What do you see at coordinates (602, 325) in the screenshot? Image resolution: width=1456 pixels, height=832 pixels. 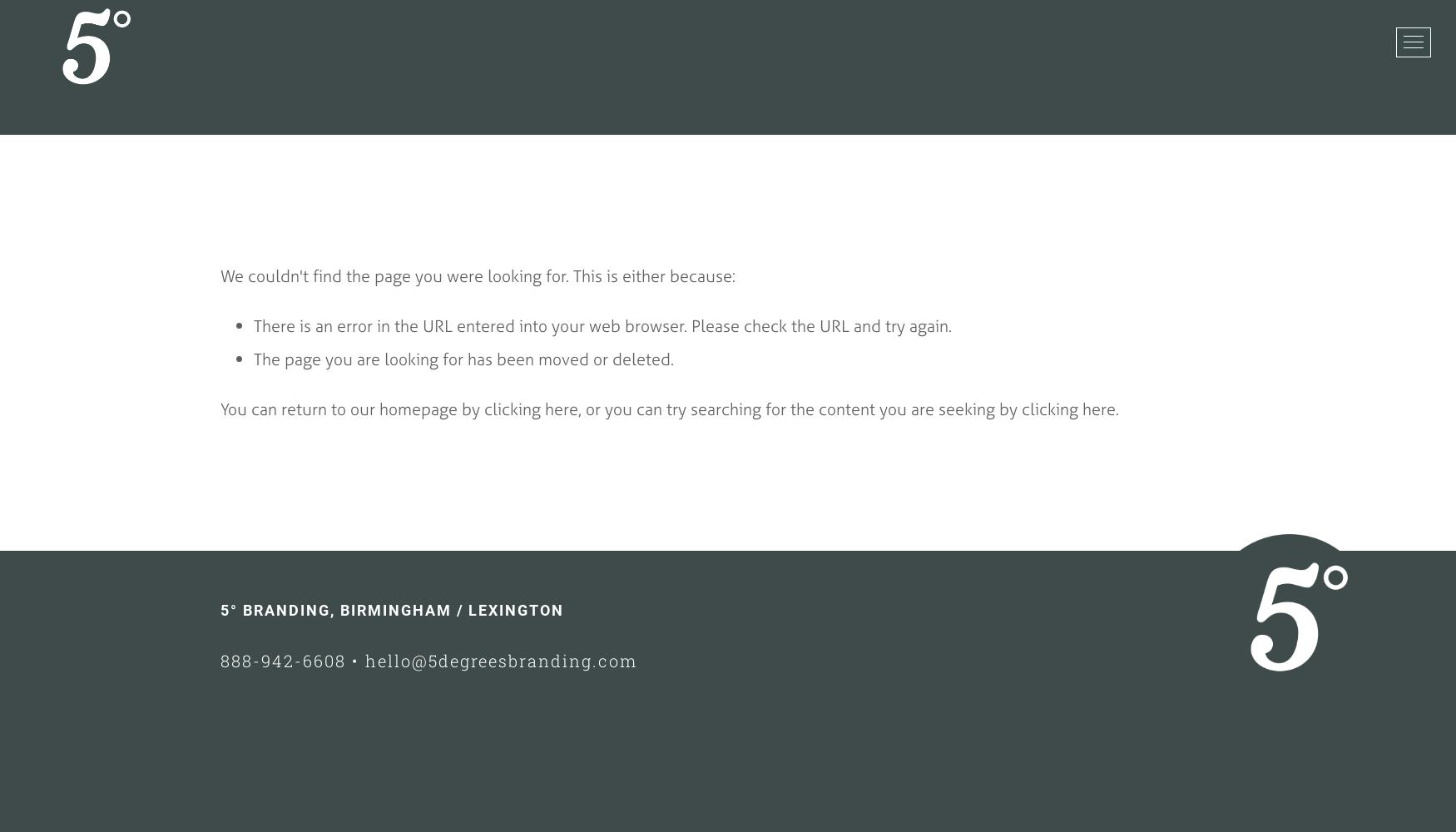 I see `'There is an error in the URL entered into your web browser. Please check the URL and try again.'` at bounding box center [602, 325].